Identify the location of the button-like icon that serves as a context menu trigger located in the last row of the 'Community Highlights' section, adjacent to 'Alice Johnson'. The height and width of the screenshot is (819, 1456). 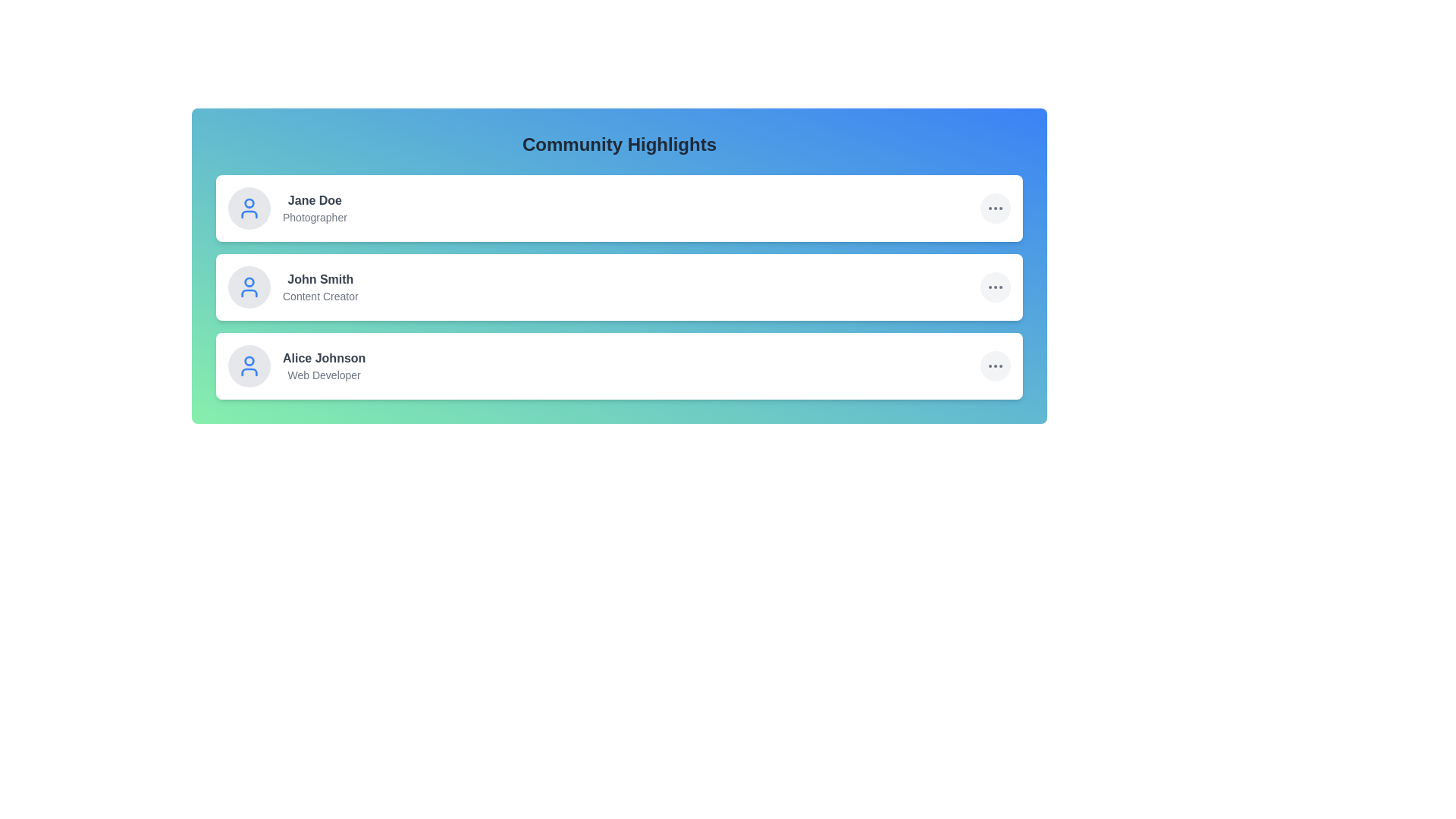
(996, 366).